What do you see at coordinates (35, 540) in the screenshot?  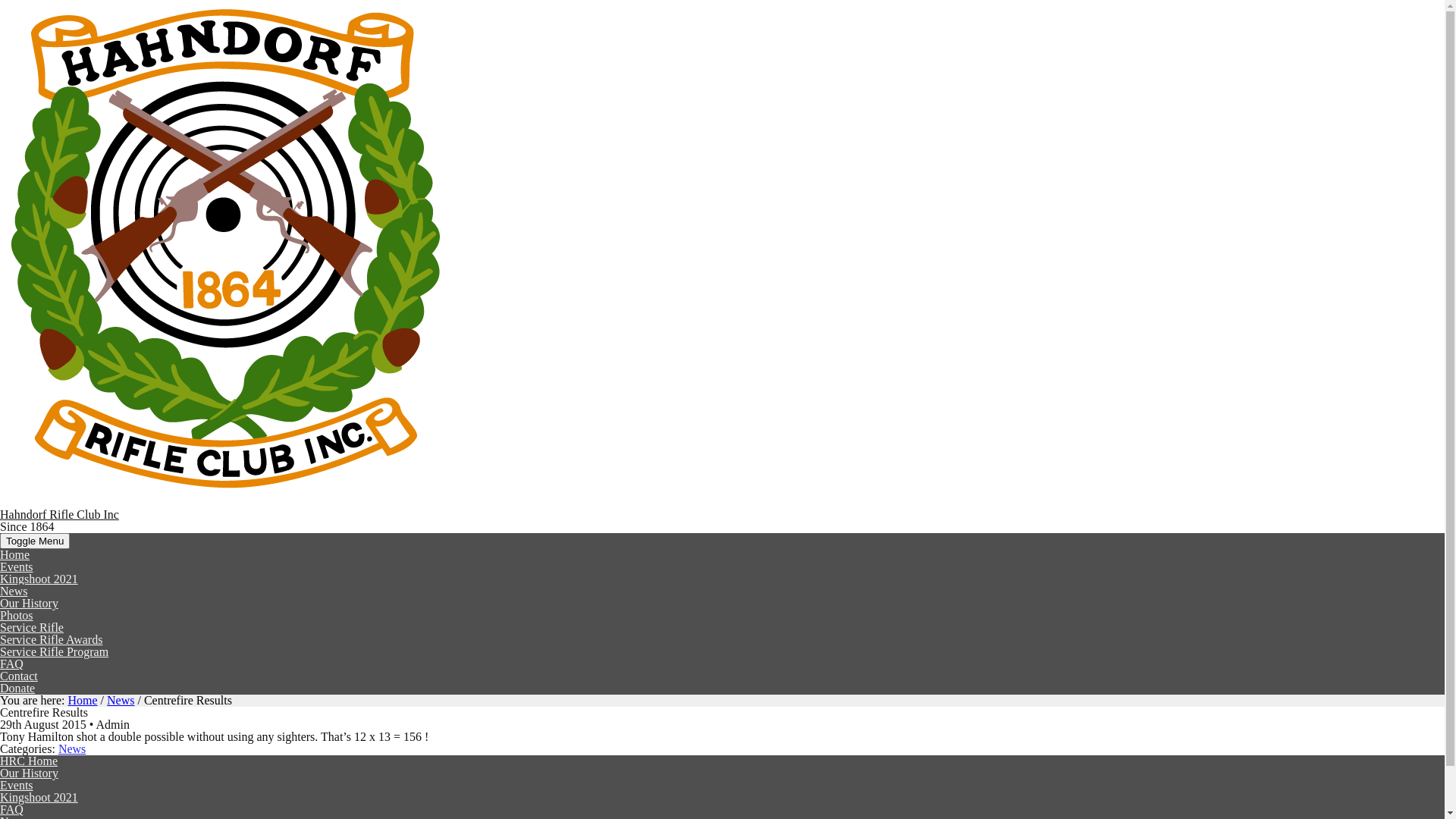 I see `'Toggle Menu'` at bounding box center [35, 540].